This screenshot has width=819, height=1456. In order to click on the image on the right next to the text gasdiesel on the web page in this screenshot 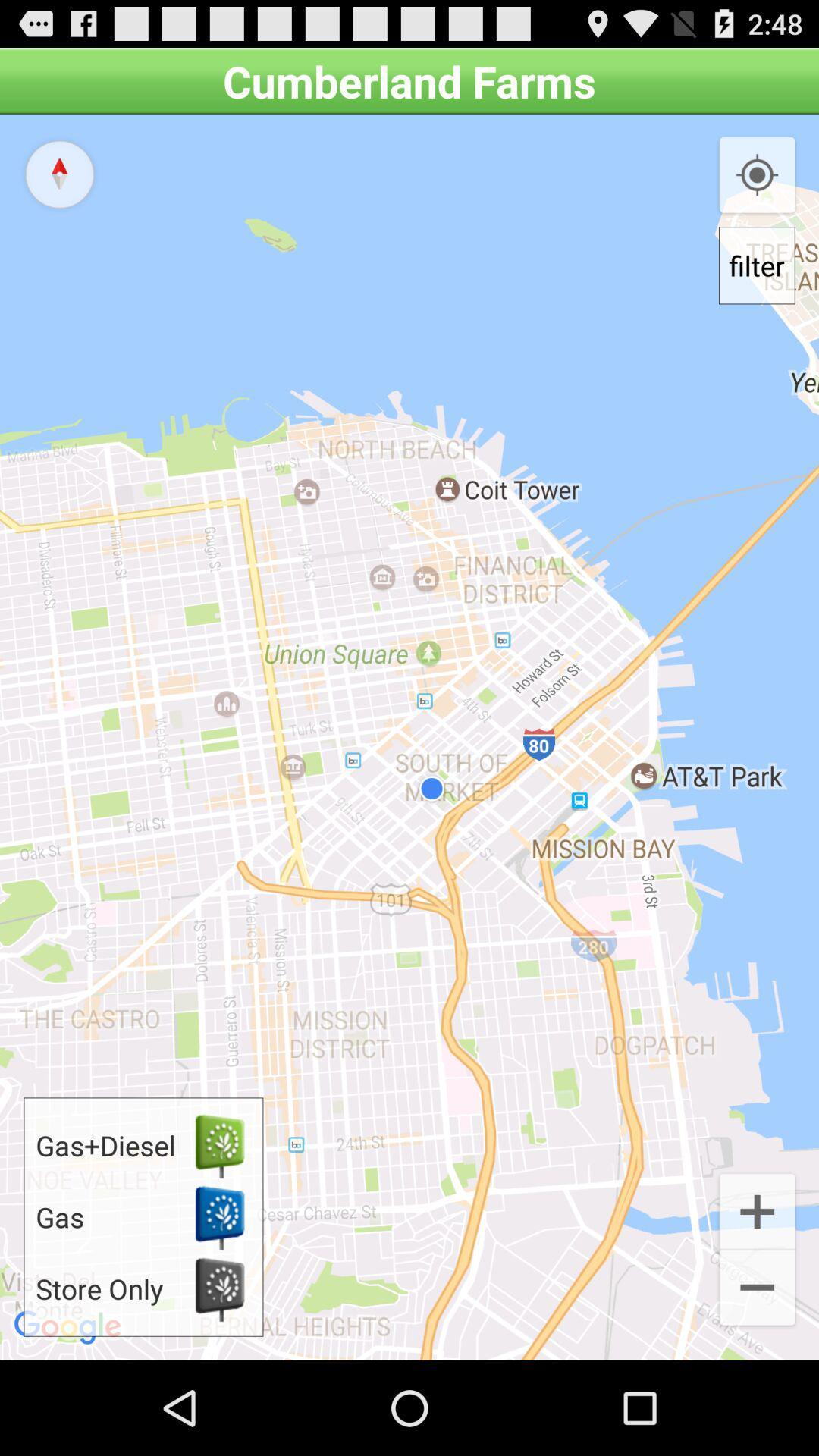, I will do `click(219, 1145)`.